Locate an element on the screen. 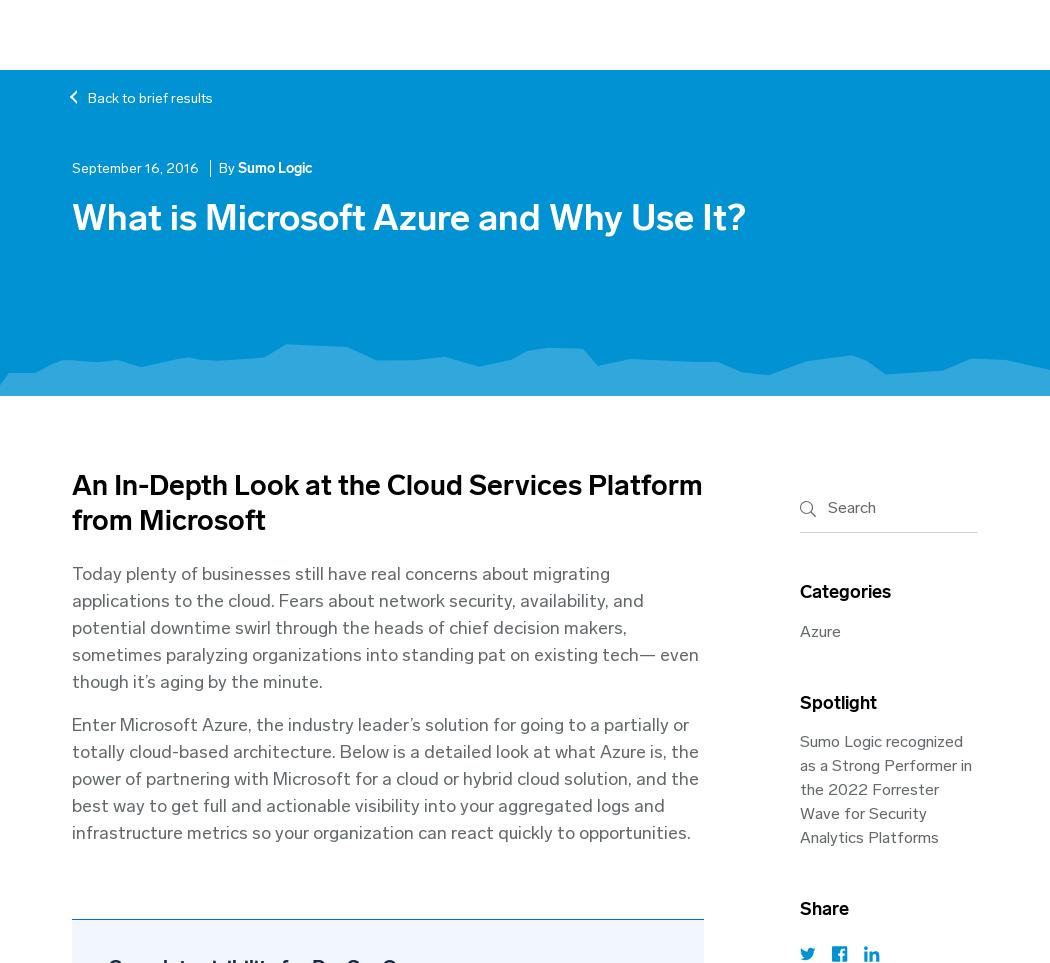 Image resolution: width=1050 pixels, height=963 pixels. 'Eight best practices for a data-driven approach to cloud migration' is located at coordinates (250, 116).